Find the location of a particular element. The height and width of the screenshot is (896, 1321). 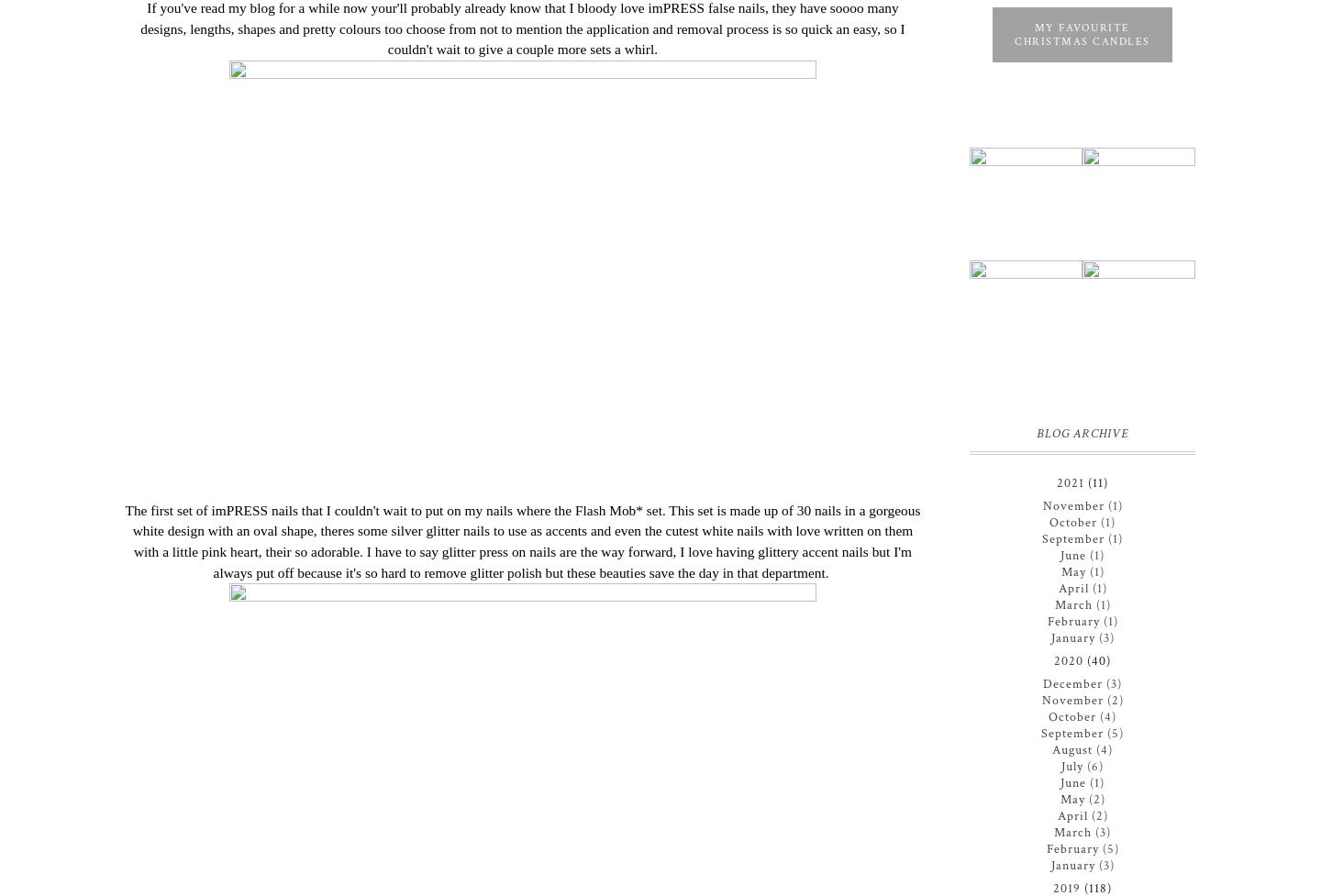

'This set is made up of 30 nails in a' is located at coordinates (768, 508).